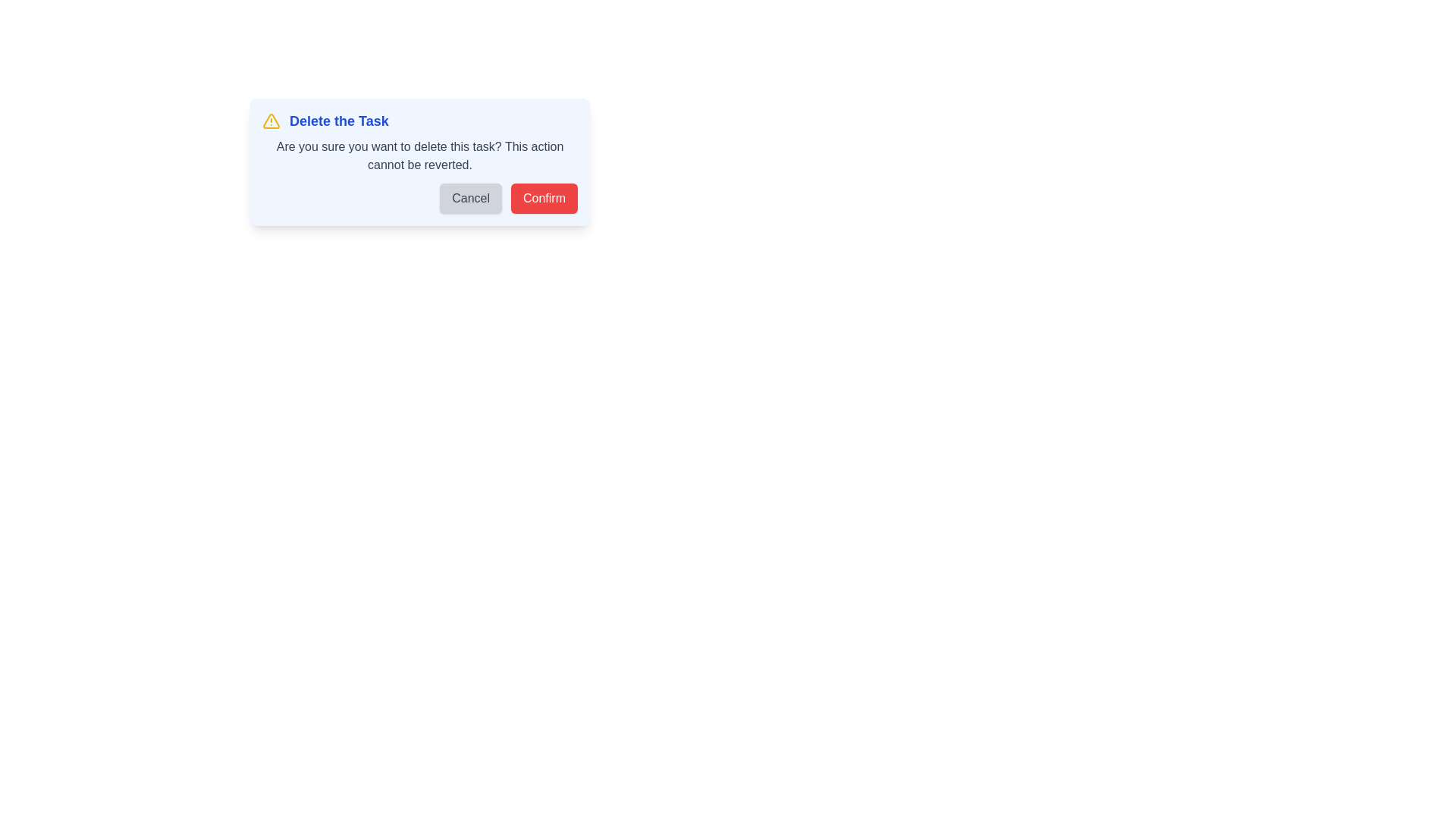 Image resolution: width=1456 pixels, height=819 pixels. What do you see at coordinates (271, 120) in the screenshot?
I see `the alert icon located to the left of the title text in the 'Delete the Task' modal dialogue box, above the confirmation buttons` at bounding box center [271, 120].